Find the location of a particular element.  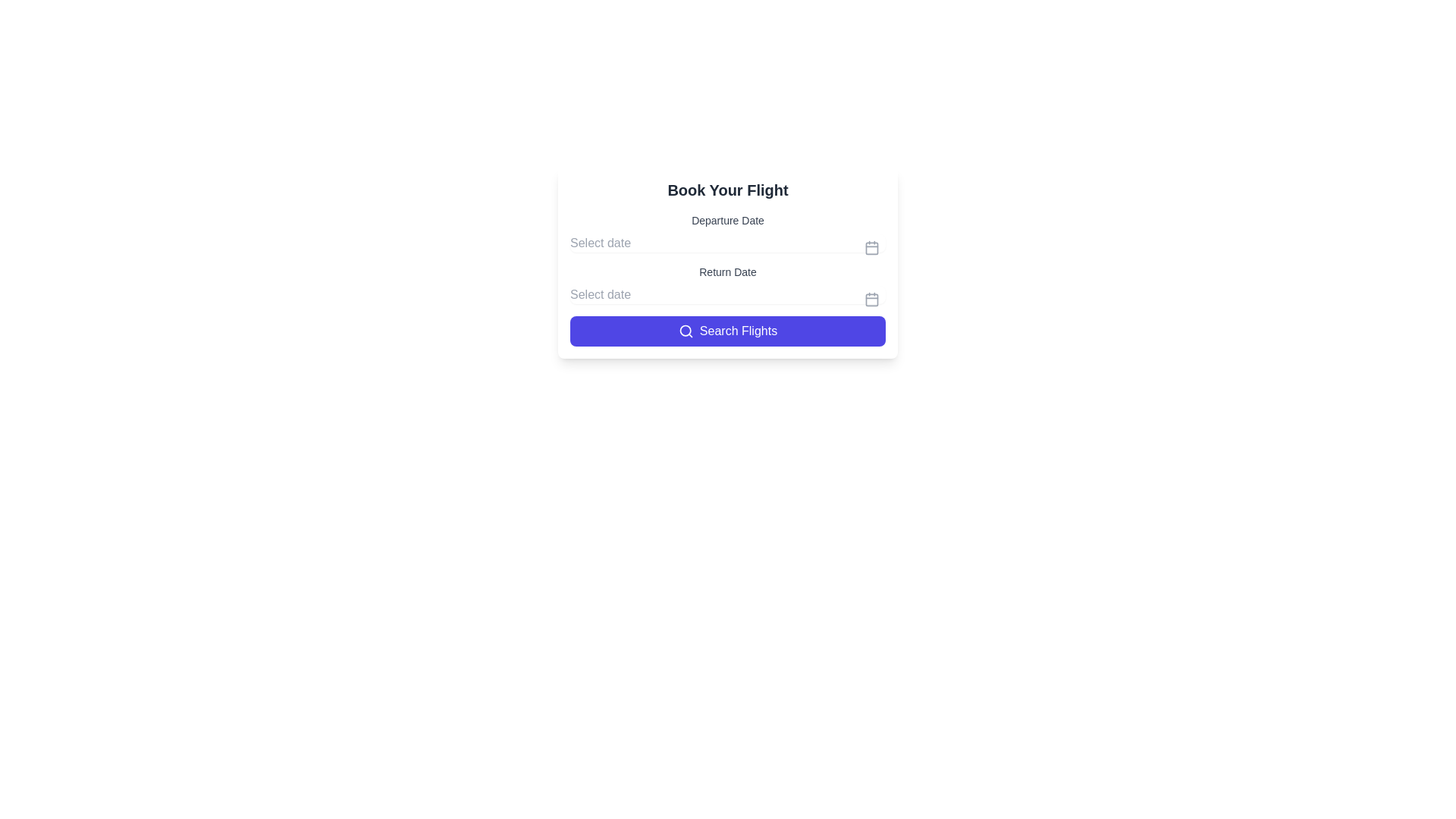

the search icon located within the 'Search Flights' button, which is visually represented to indicate initiating a flight search is located at coordinates (685, 330).